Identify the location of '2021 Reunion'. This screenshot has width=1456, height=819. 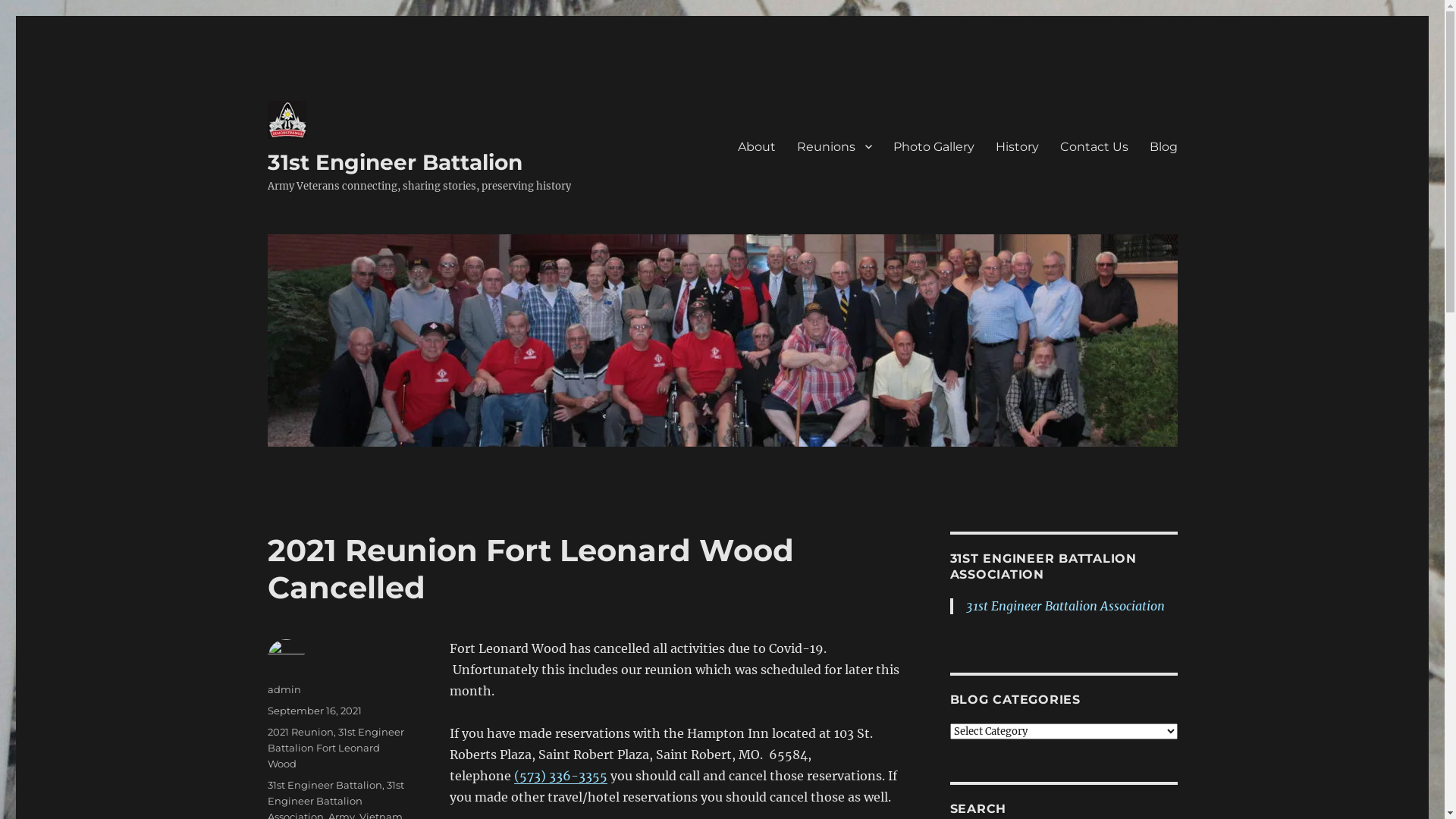
(300, 730).